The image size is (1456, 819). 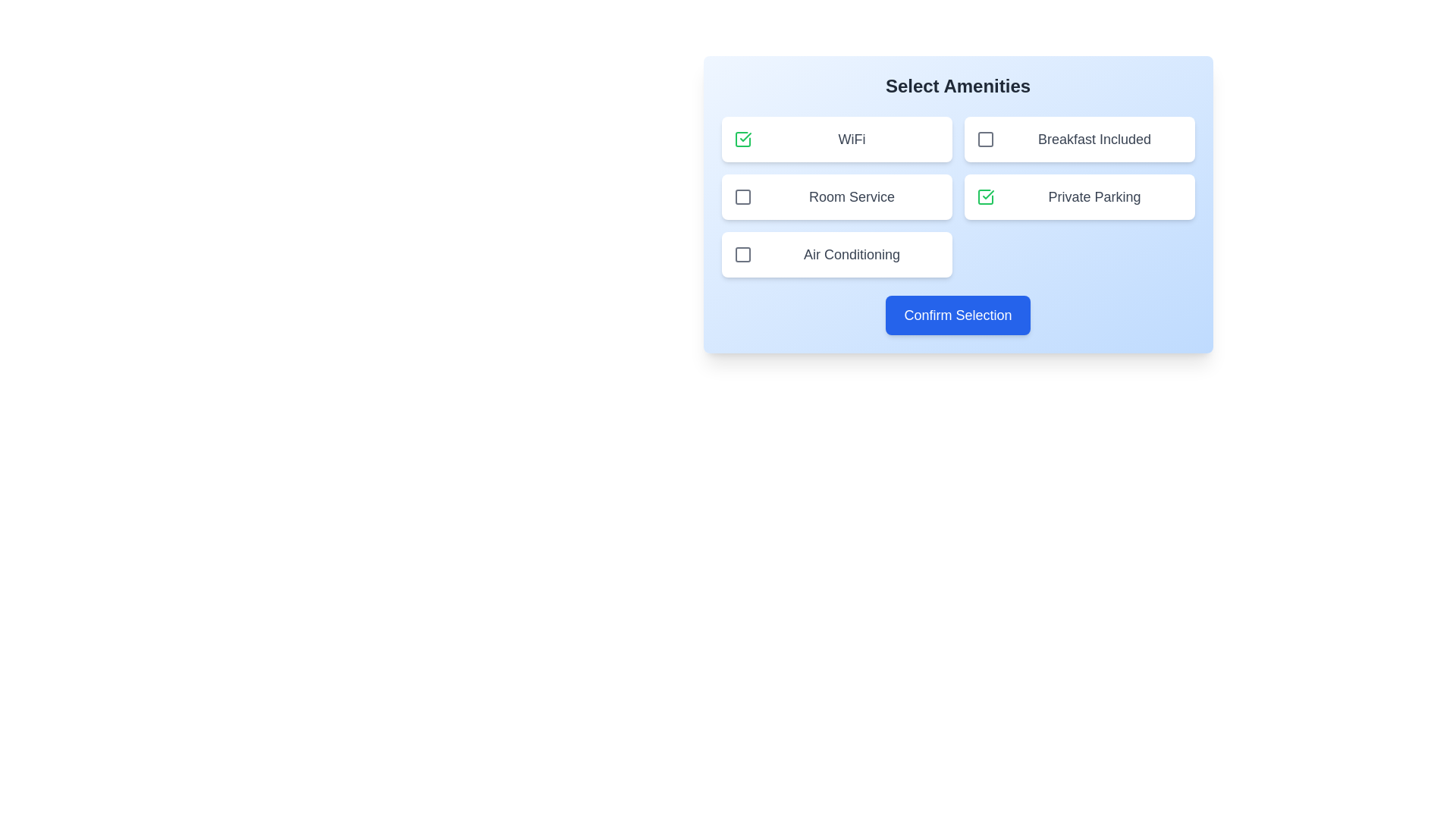 I want to click on the bold, centered static text heading located at the top of the light blue card, which is styled in dark gray and serves as the primary heading above the grid of selectable options, so click(x=957, y=86).